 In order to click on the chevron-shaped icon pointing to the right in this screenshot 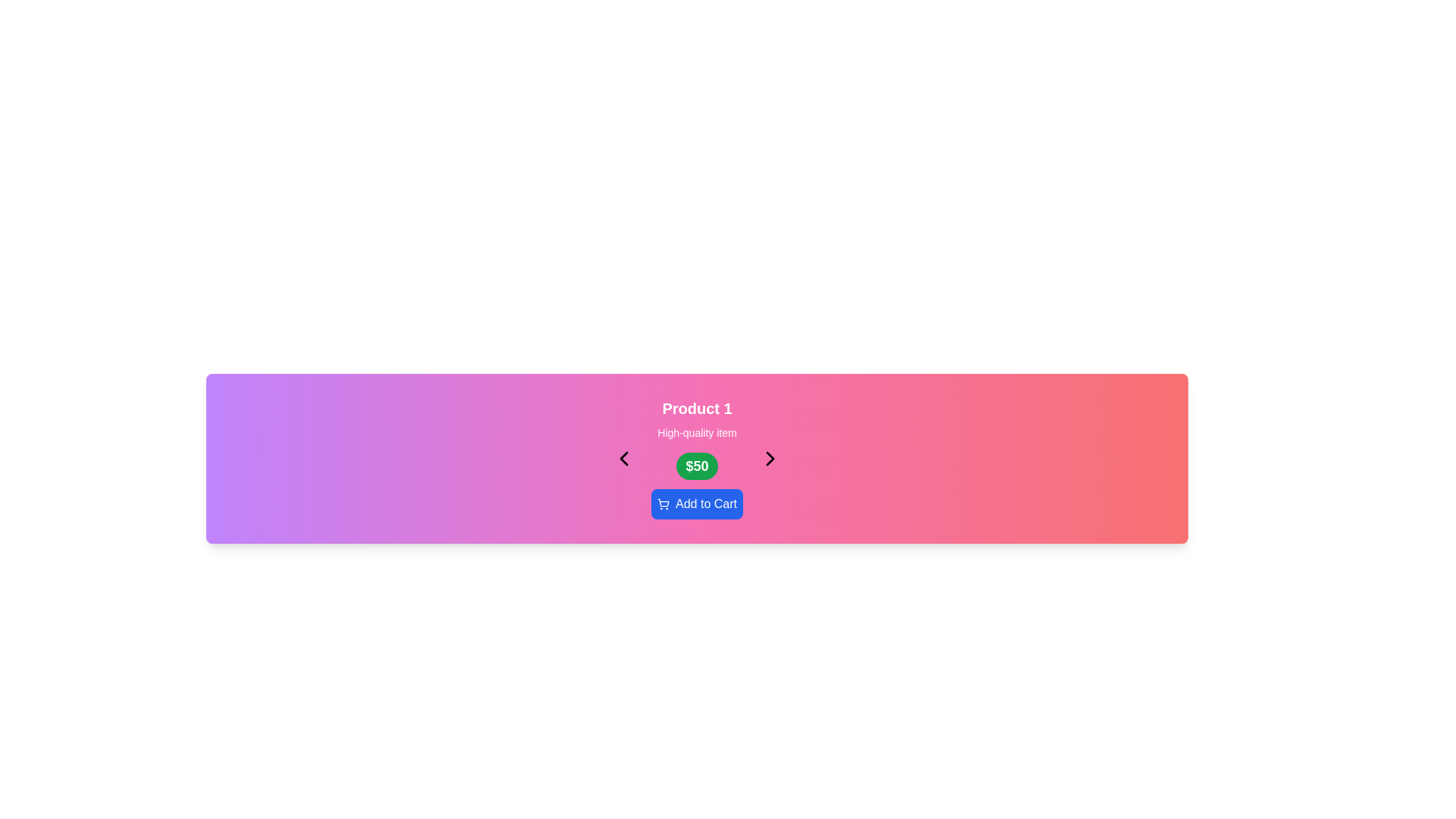, I will do `click(770, 458)`.